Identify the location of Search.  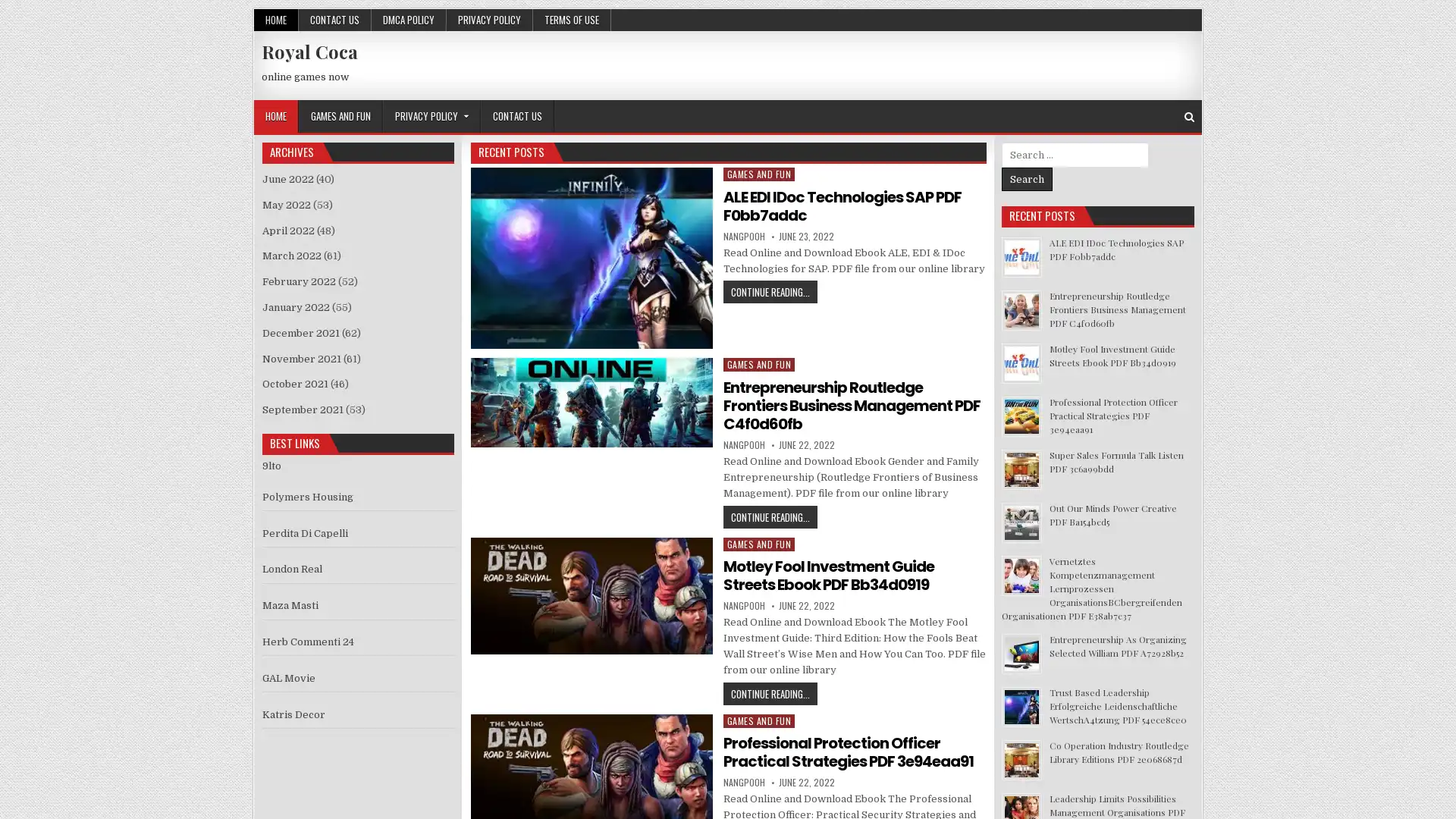
(1027, 178).